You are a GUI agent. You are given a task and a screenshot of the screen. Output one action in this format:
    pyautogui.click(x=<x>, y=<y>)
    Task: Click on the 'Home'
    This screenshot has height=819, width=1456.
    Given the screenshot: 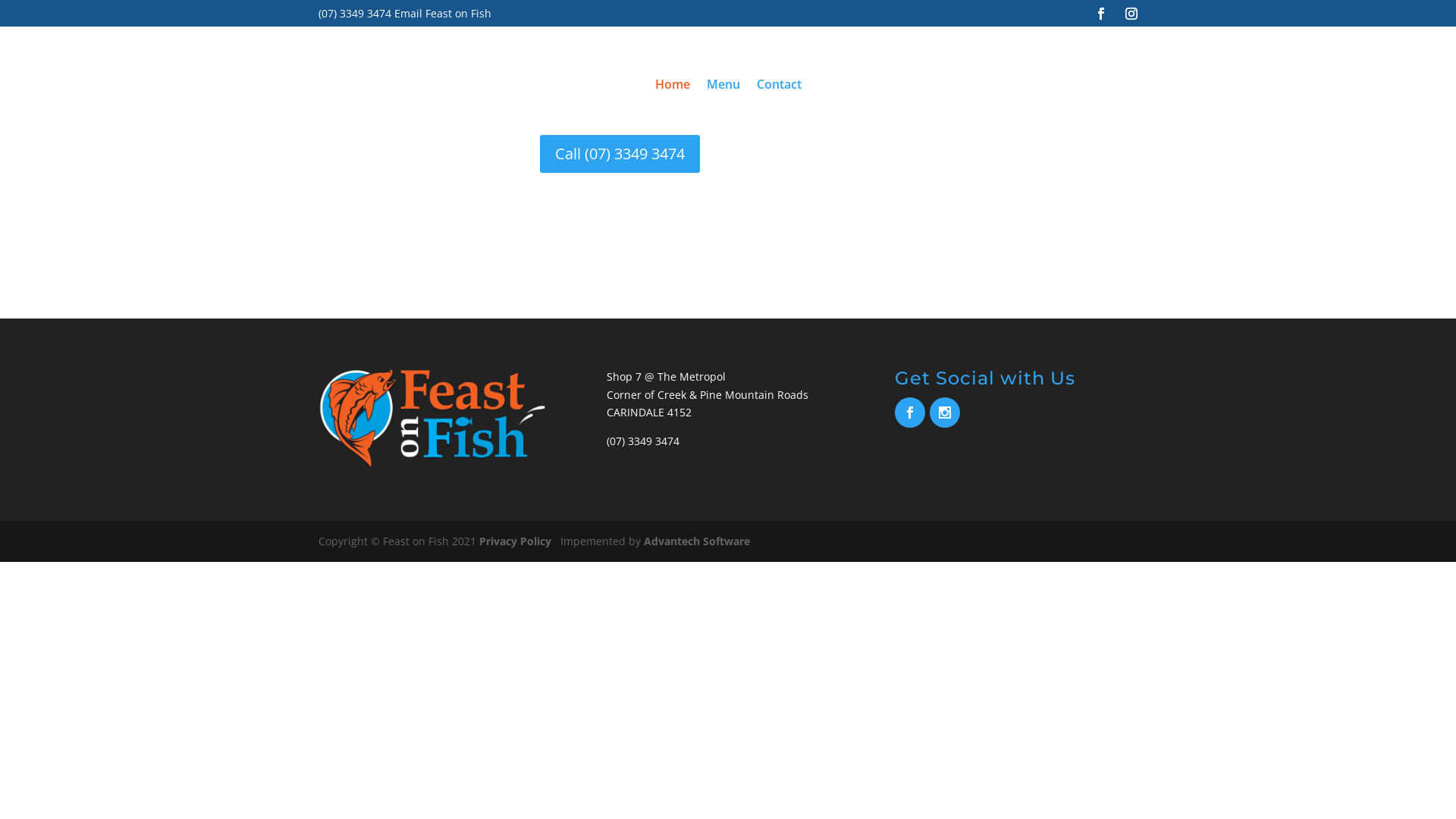 What is the action you would take?
    pyautogui.click(x=672, y=84)
    